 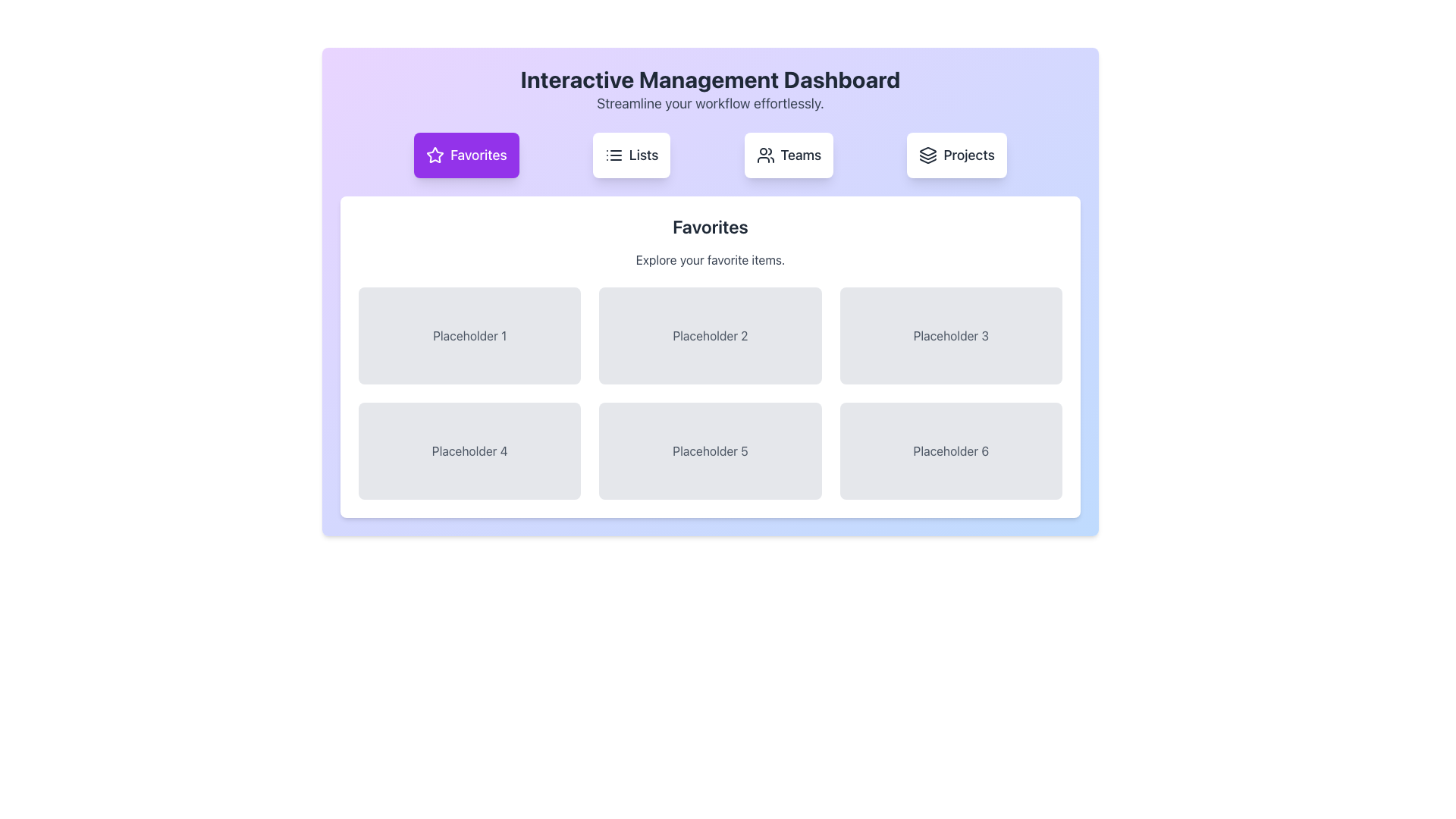 I want to click on text of the Text-based Placeholder Block, which is the second item in the first row of a three-column grid layout, so click(x=709, y=335).